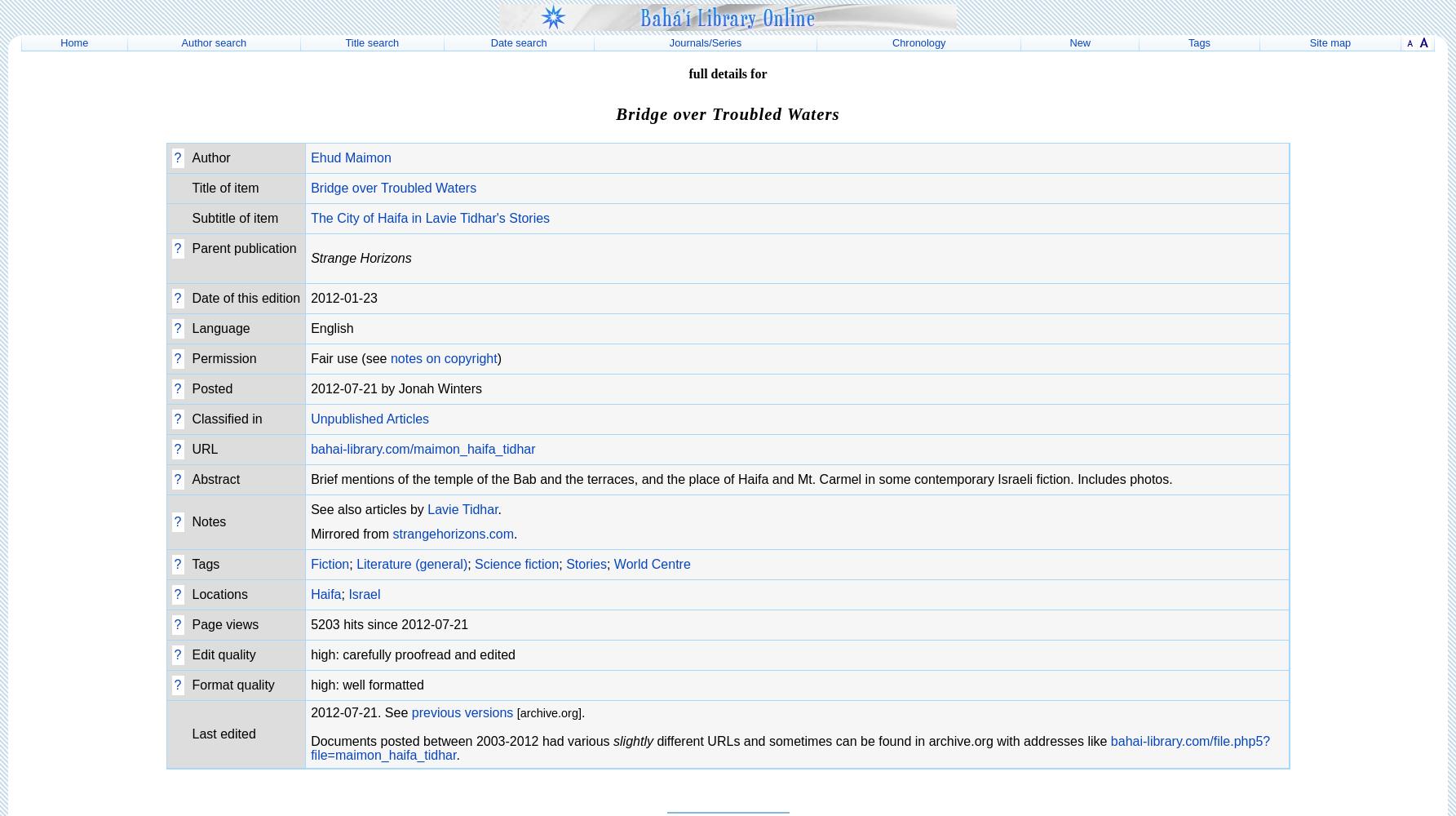 The width and height of the screenshot is (1456, 816). Describe the element at coordinates (351, 533) in the screenshot. I see `'Mirrored from'` at that location.